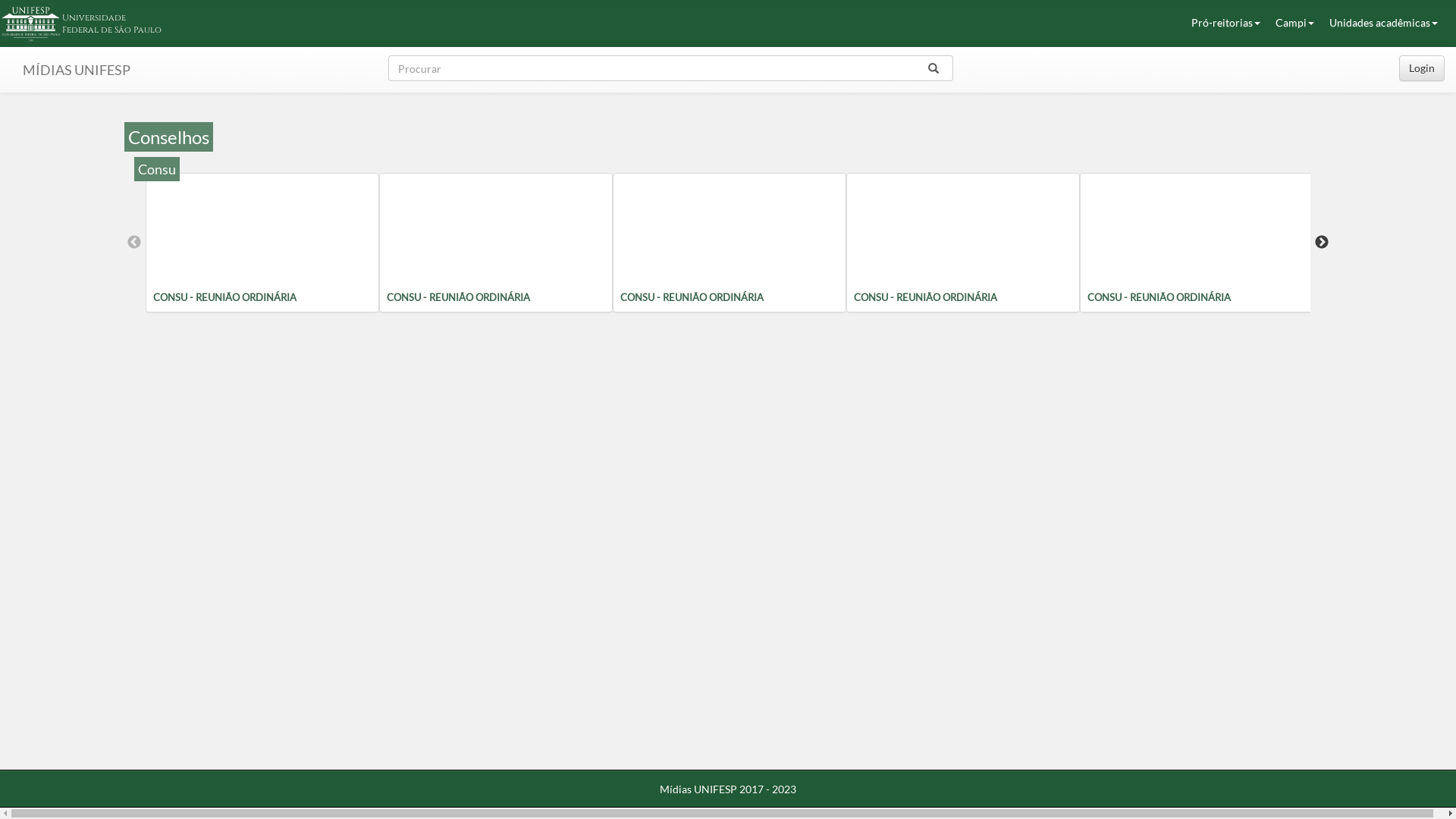 This screenshot has width=1456, height=819. I want to click on 'Consu', so click(156, 169).